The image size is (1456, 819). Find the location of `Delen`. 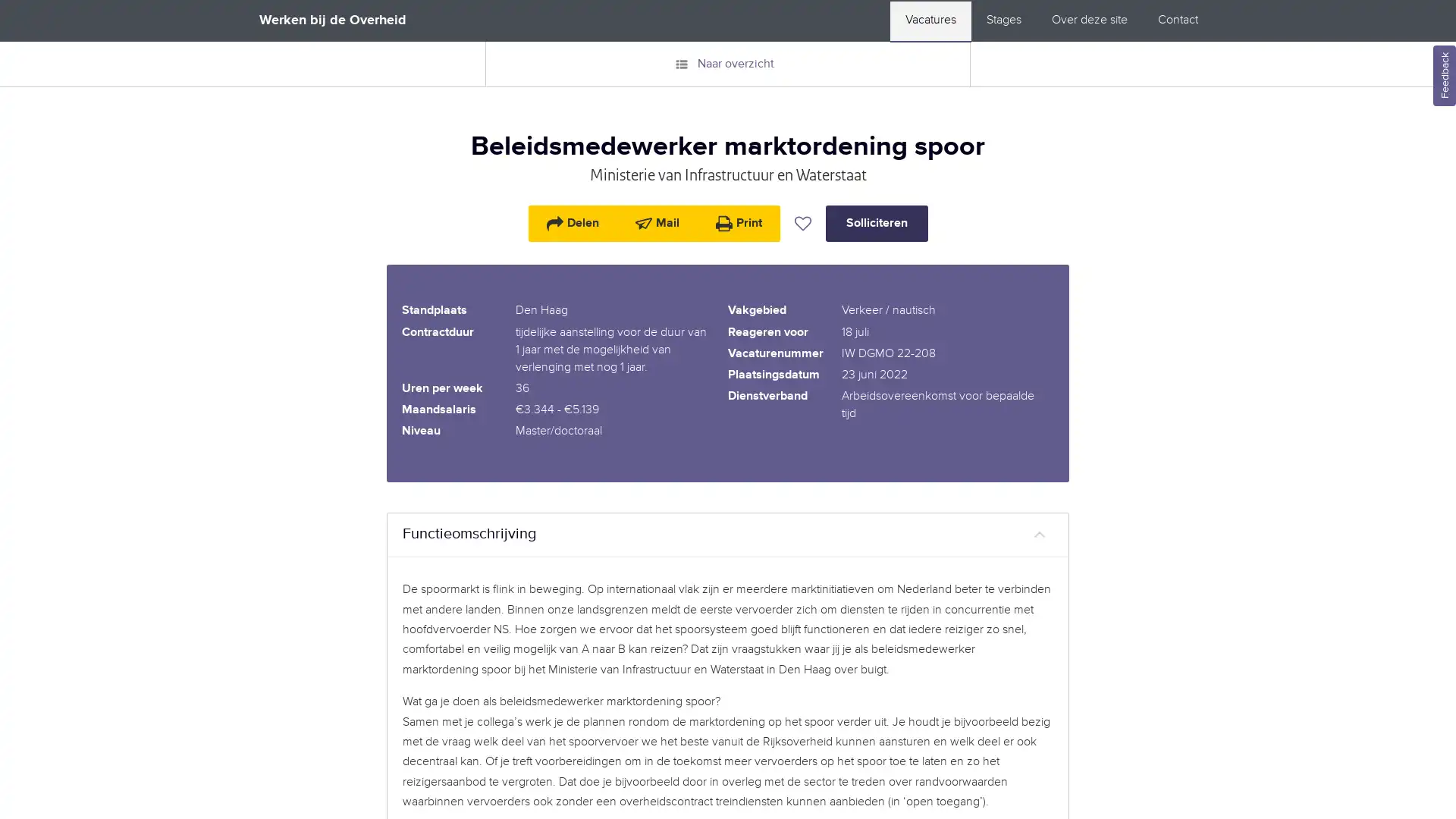

Delen is located at coordinates (571, 223).